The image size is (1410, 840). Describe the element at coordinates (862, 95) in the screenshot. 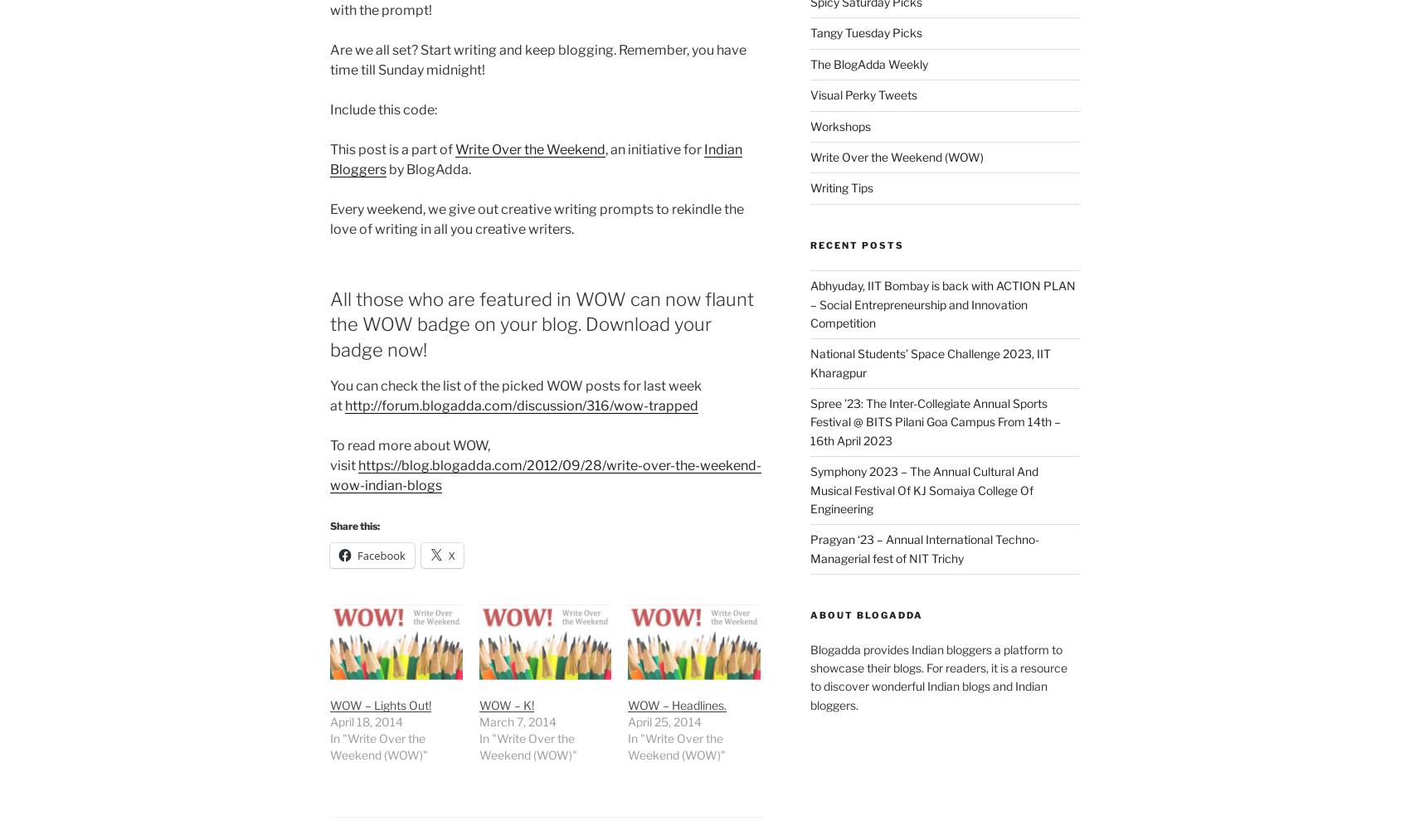

I see `'Visual Perky Tweets'` at that location.